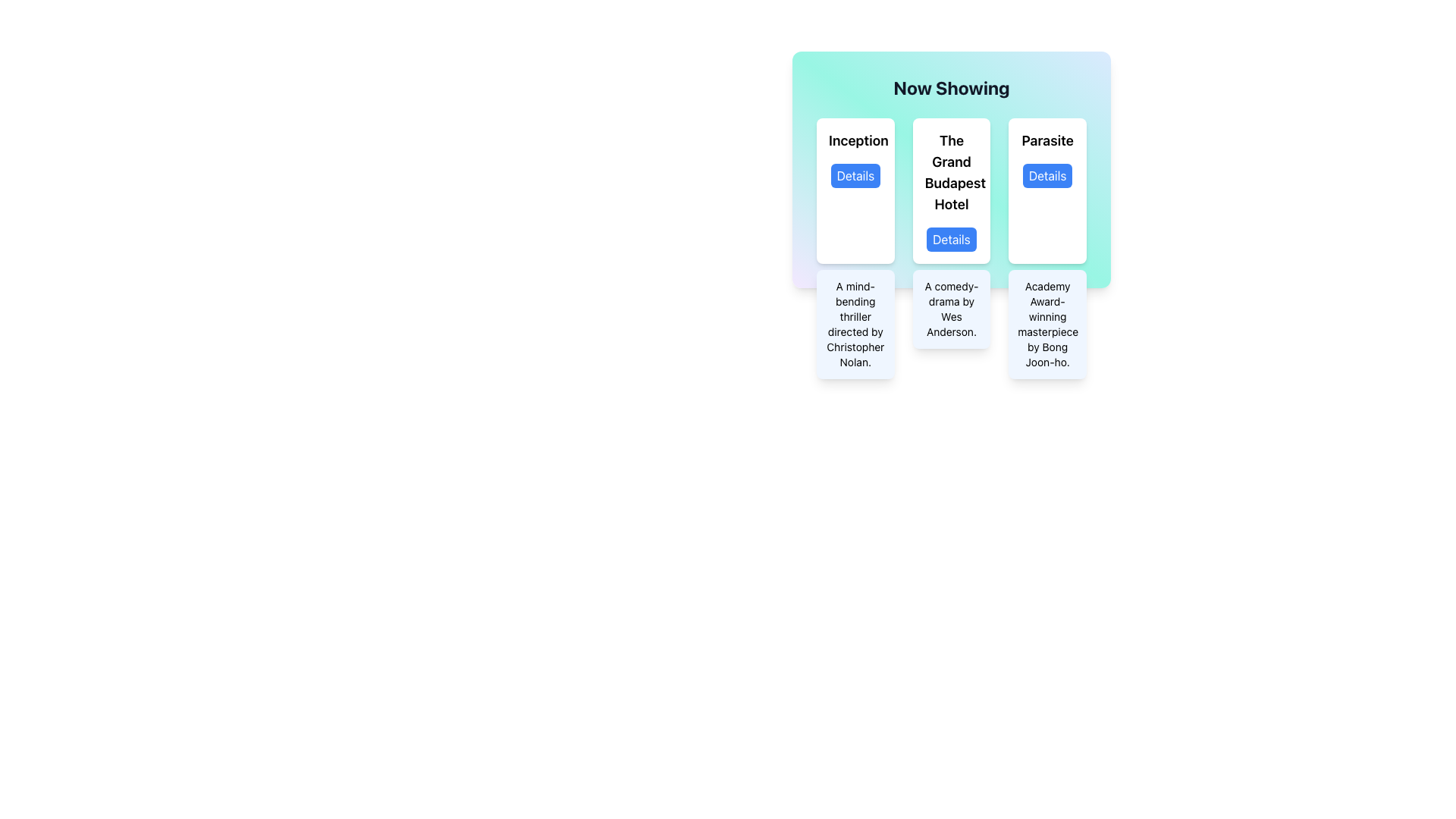 This screenshot has width=1456, height=819. What do you see at coordinates (950, 309) in the screenshot?
I see `the tooltip-style box with a light blue background that contains the text 'A comedy-drama by Wes Anderson.'` at bounding box center [950, 309].